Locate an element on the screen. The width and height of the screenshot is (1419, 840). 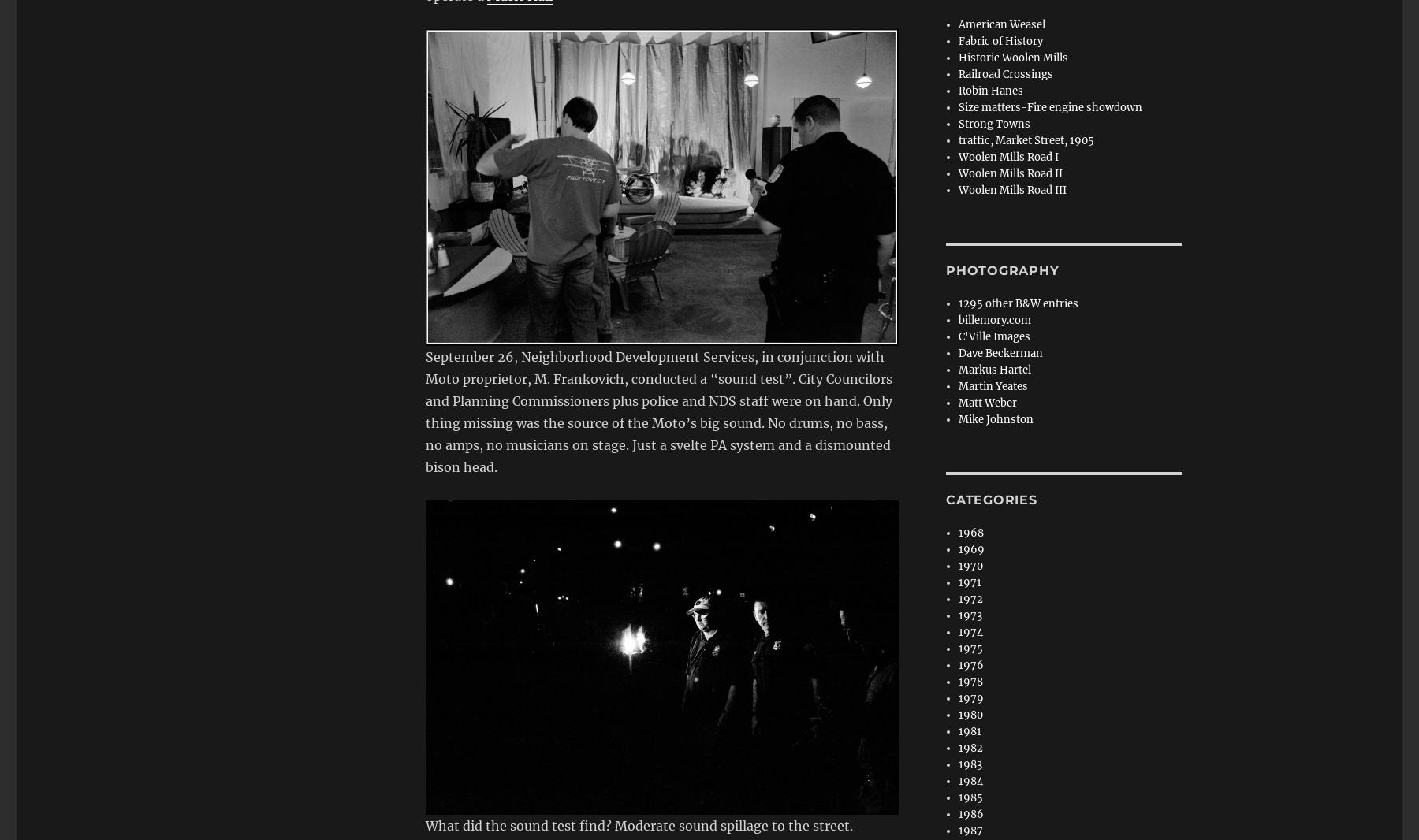
'Woolen Mills Road II' is located at coordinates (958, 173).